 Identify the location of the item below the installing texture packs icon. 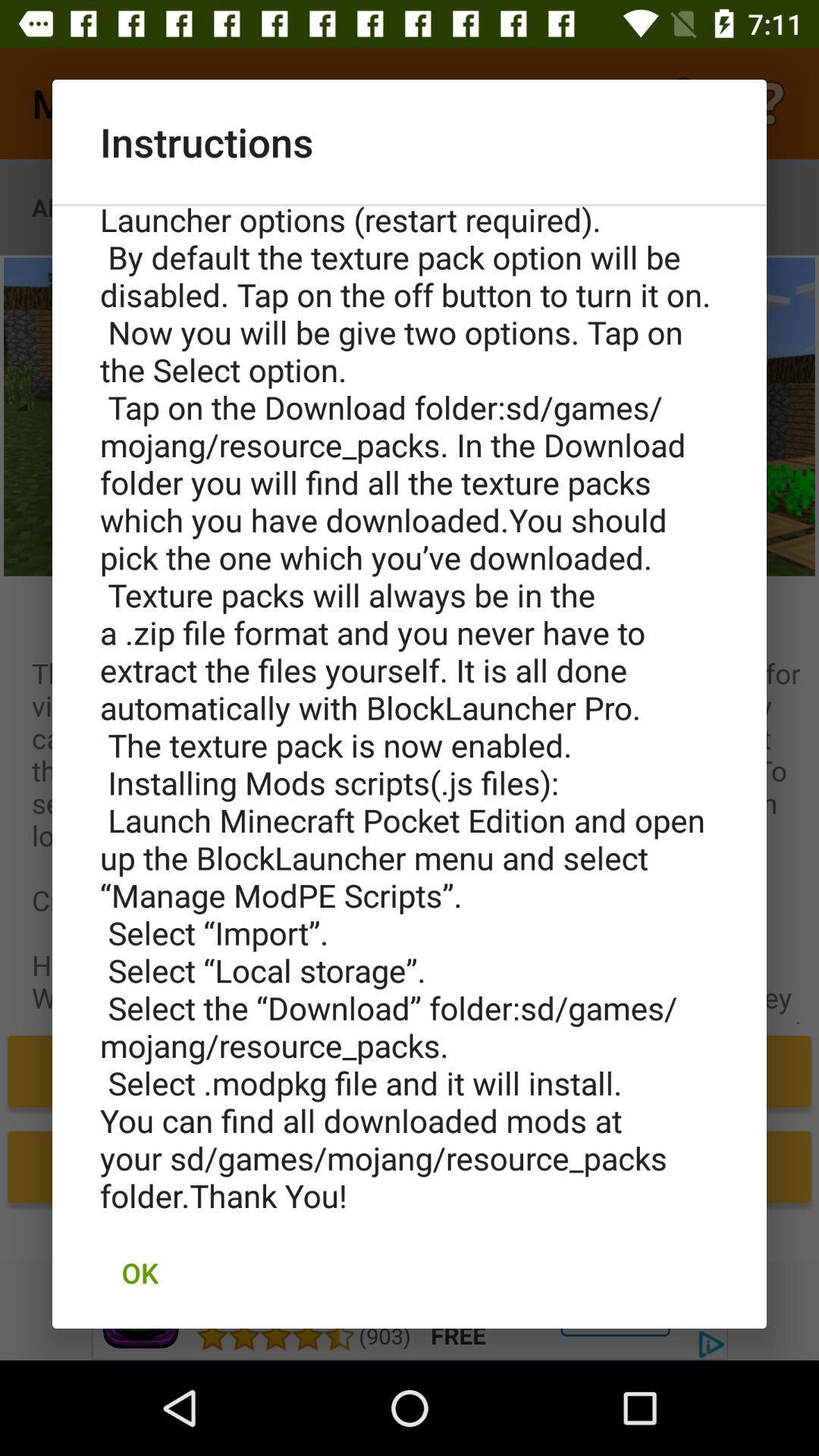
(140, 1272).